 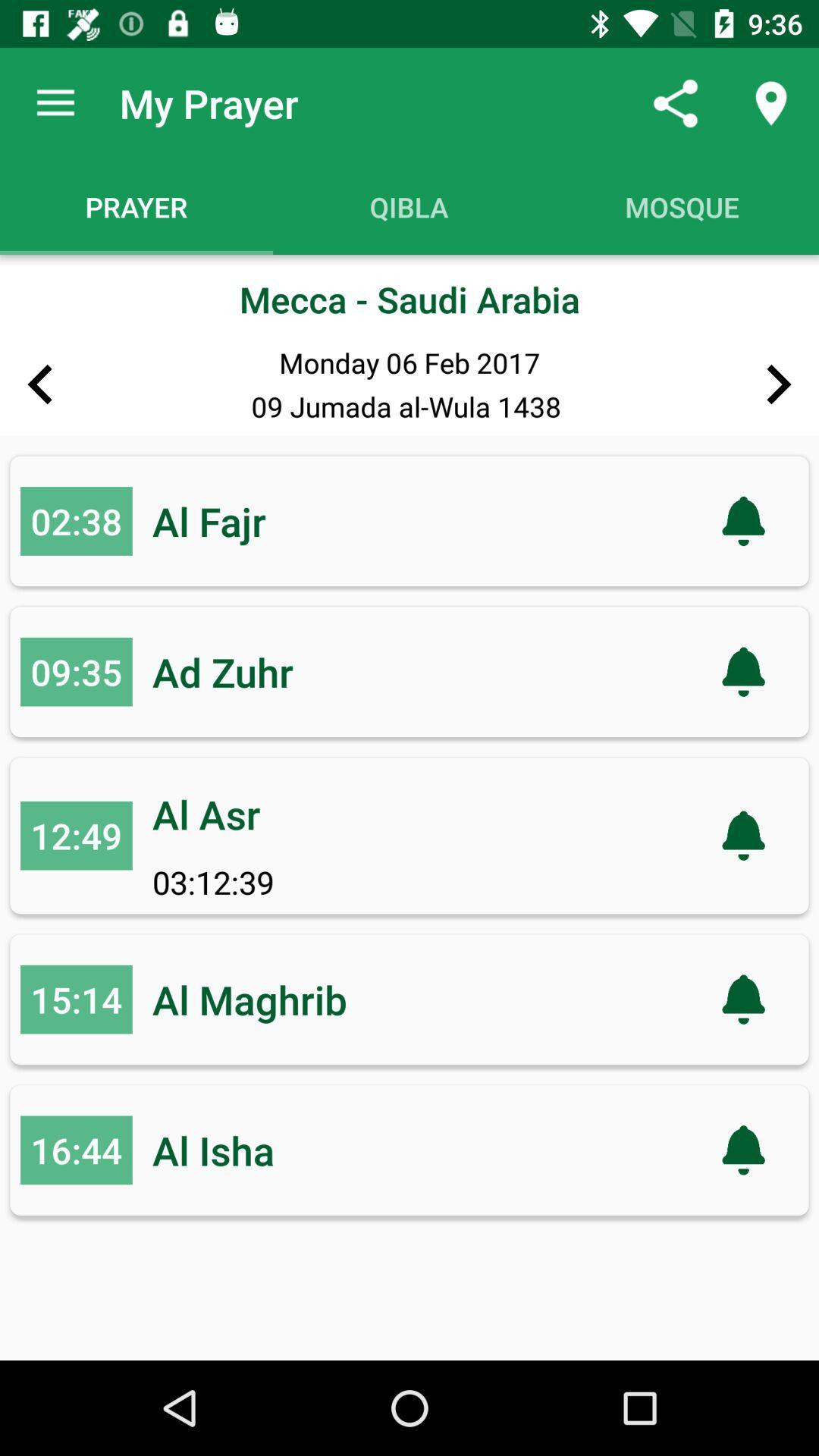 What do you see at coordinates (779, 384) in the screenshot?
I see `the arrow_forward icon` at bounding box center [779, 384].